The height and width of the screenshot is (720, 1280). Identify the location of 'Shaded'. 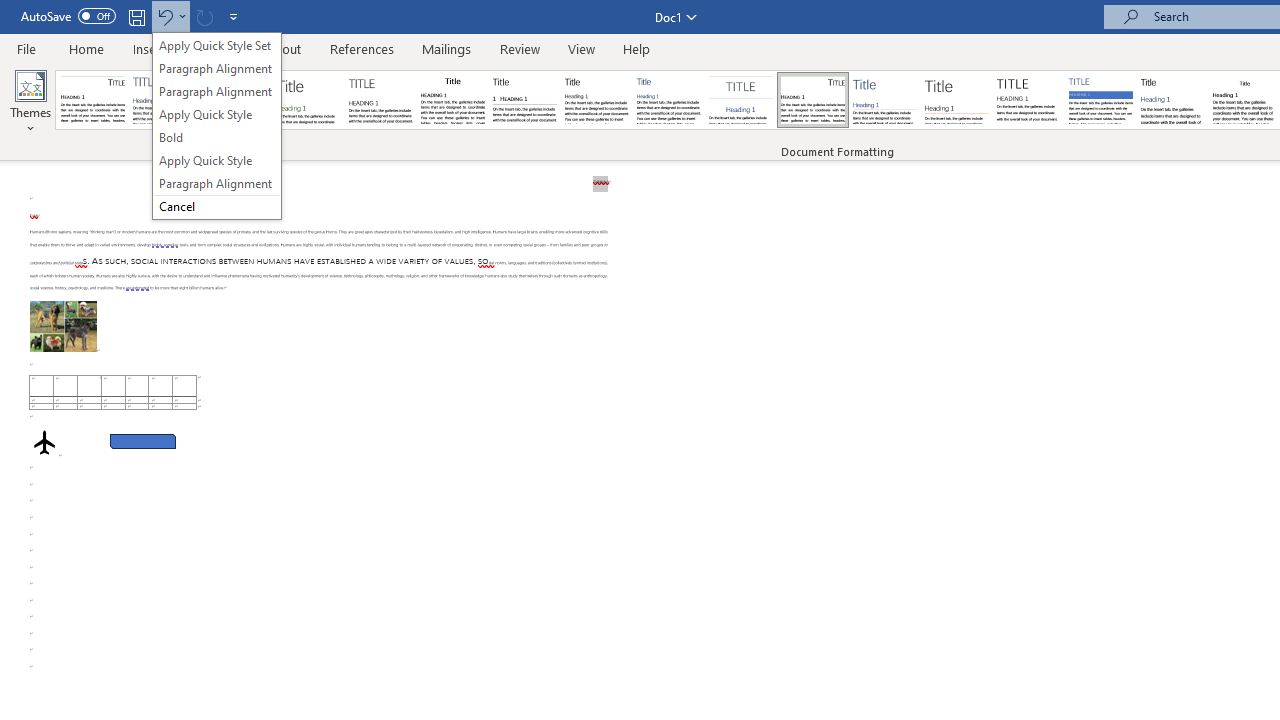
(1099, 100).